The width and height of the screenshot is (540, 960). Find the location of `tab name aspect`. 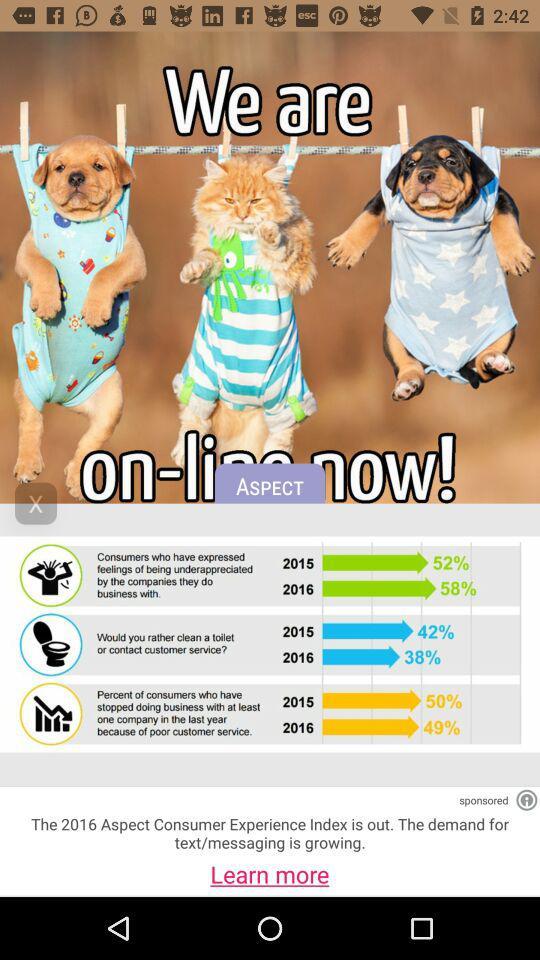

tab name aspect is located at coordinates (270, 493).